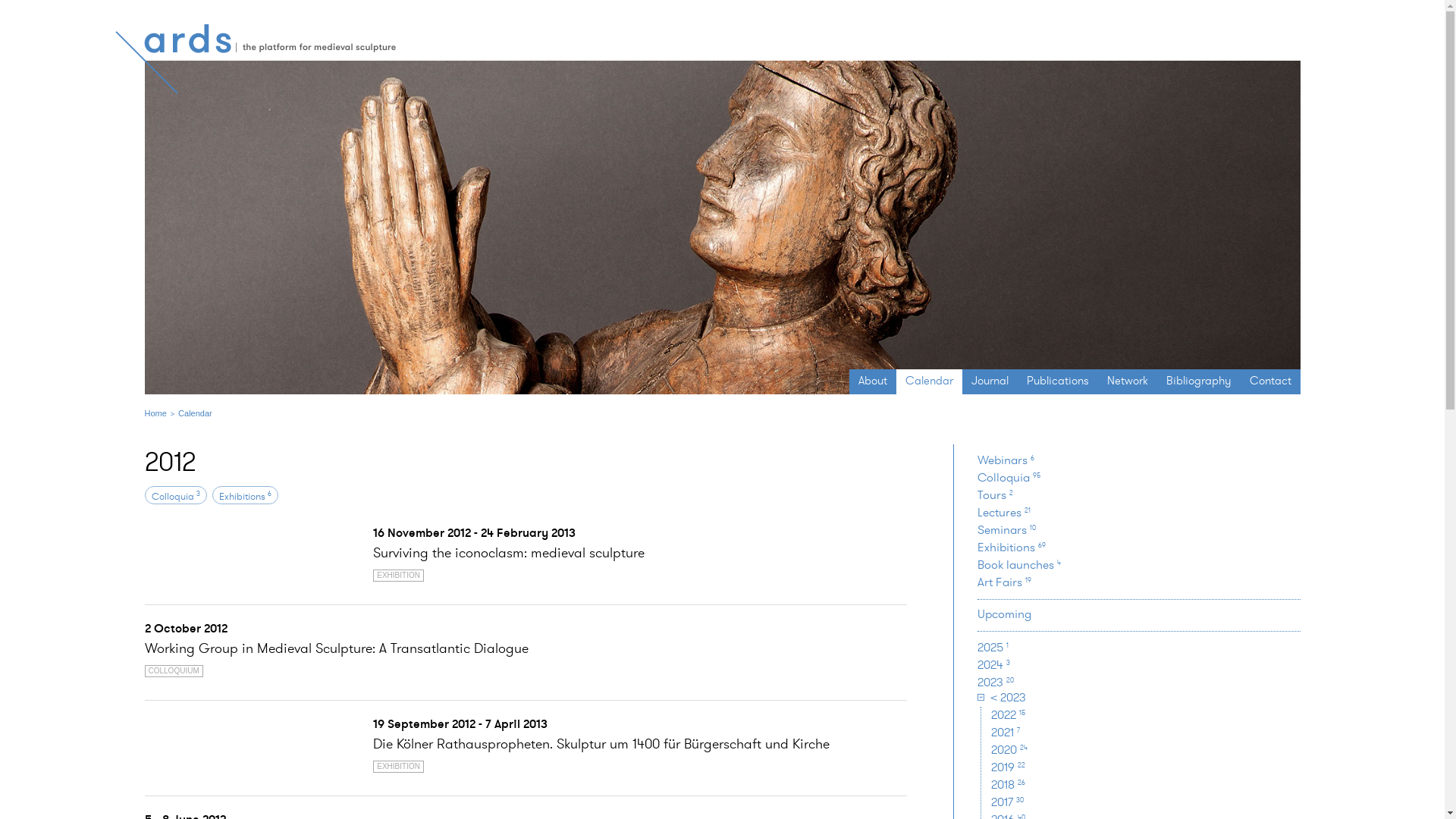  Describe the element at coordinates (993, 664) in the screenshot. I see `'2024 3'` at that location.